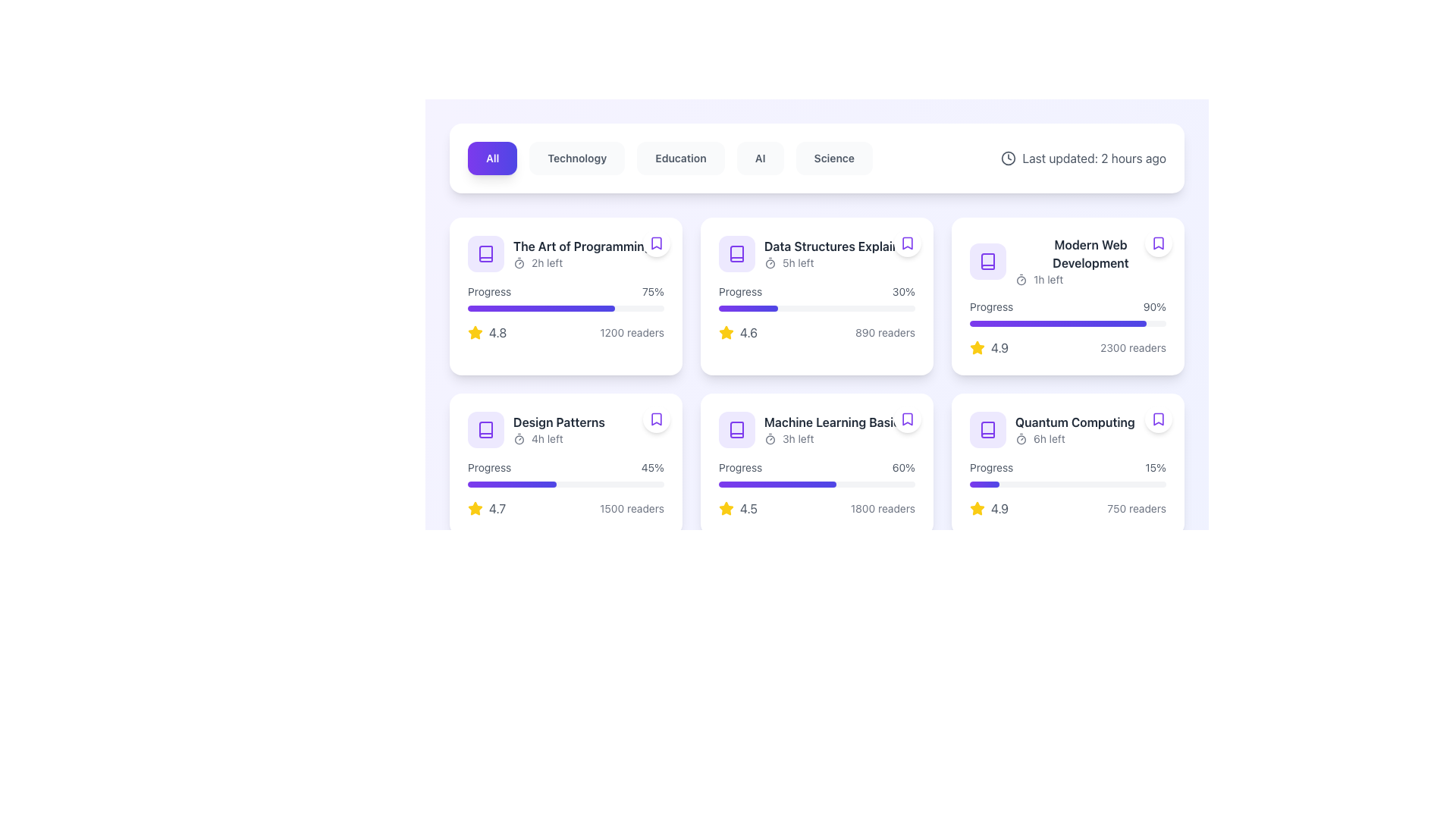 This screenshot has width=1456, height=819. Describe the element at coordinates (834, 422) in the screenshot. I see `the text label 'Machine Learning Basics'` at that location.